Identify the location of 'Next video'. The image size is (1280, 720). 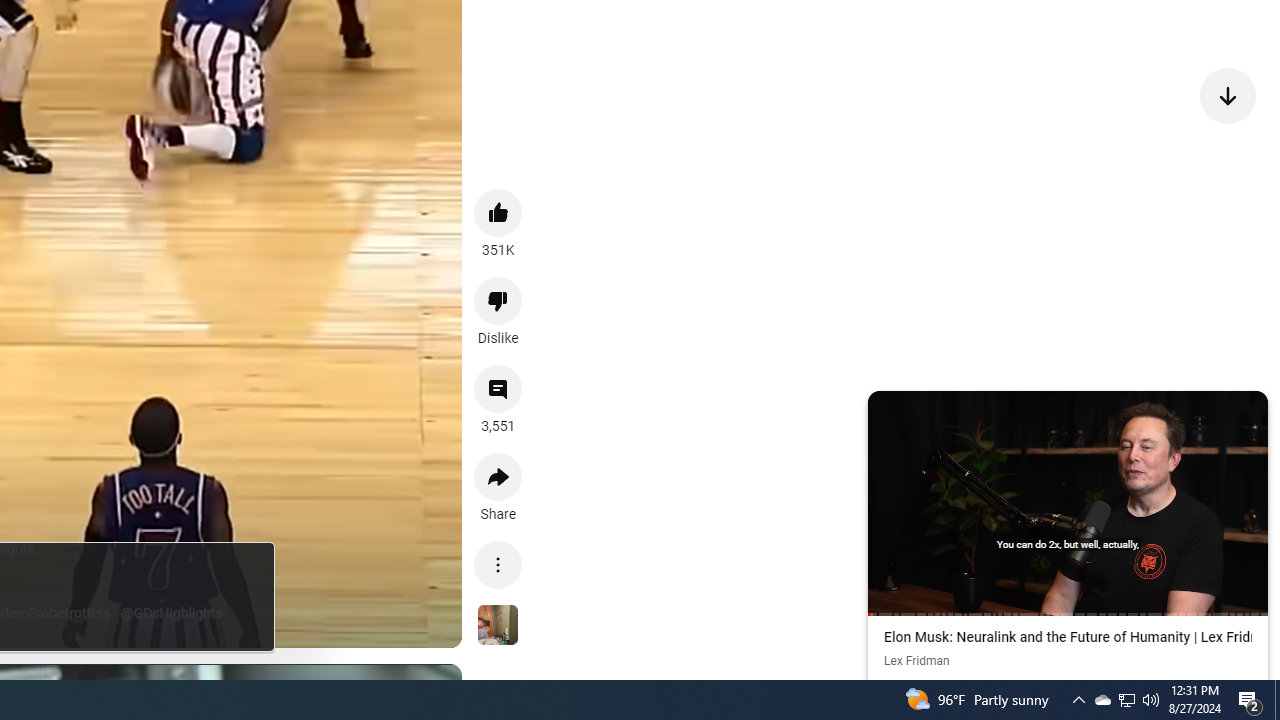
(1227, 95).